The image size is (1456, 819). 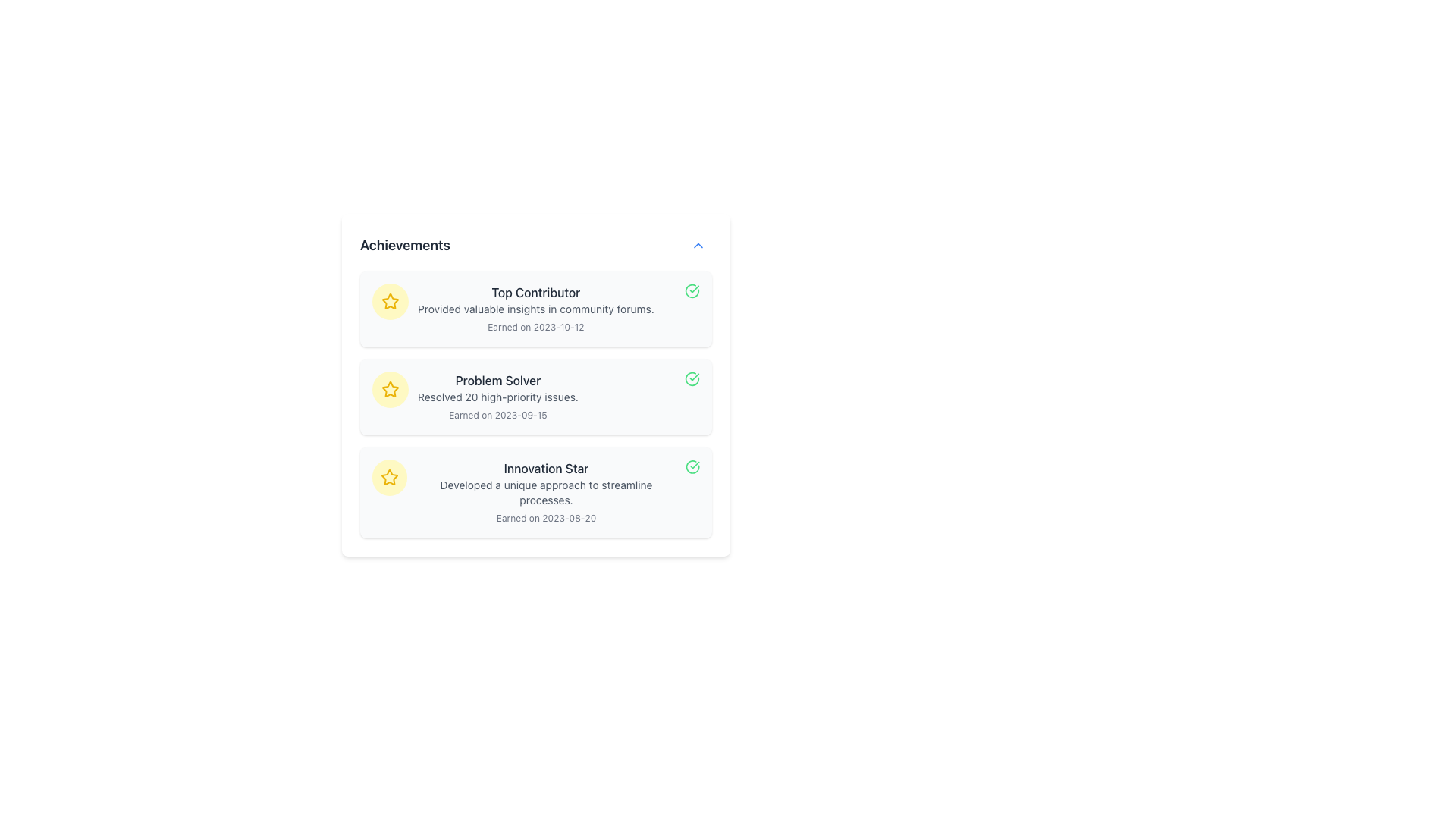 What do you see at coordinates (405, 245) in the screenshot?
I see `the 'Achievements' header label located in the upper-left of its section, summarizing the content below it` at bounding box center [405, 245].